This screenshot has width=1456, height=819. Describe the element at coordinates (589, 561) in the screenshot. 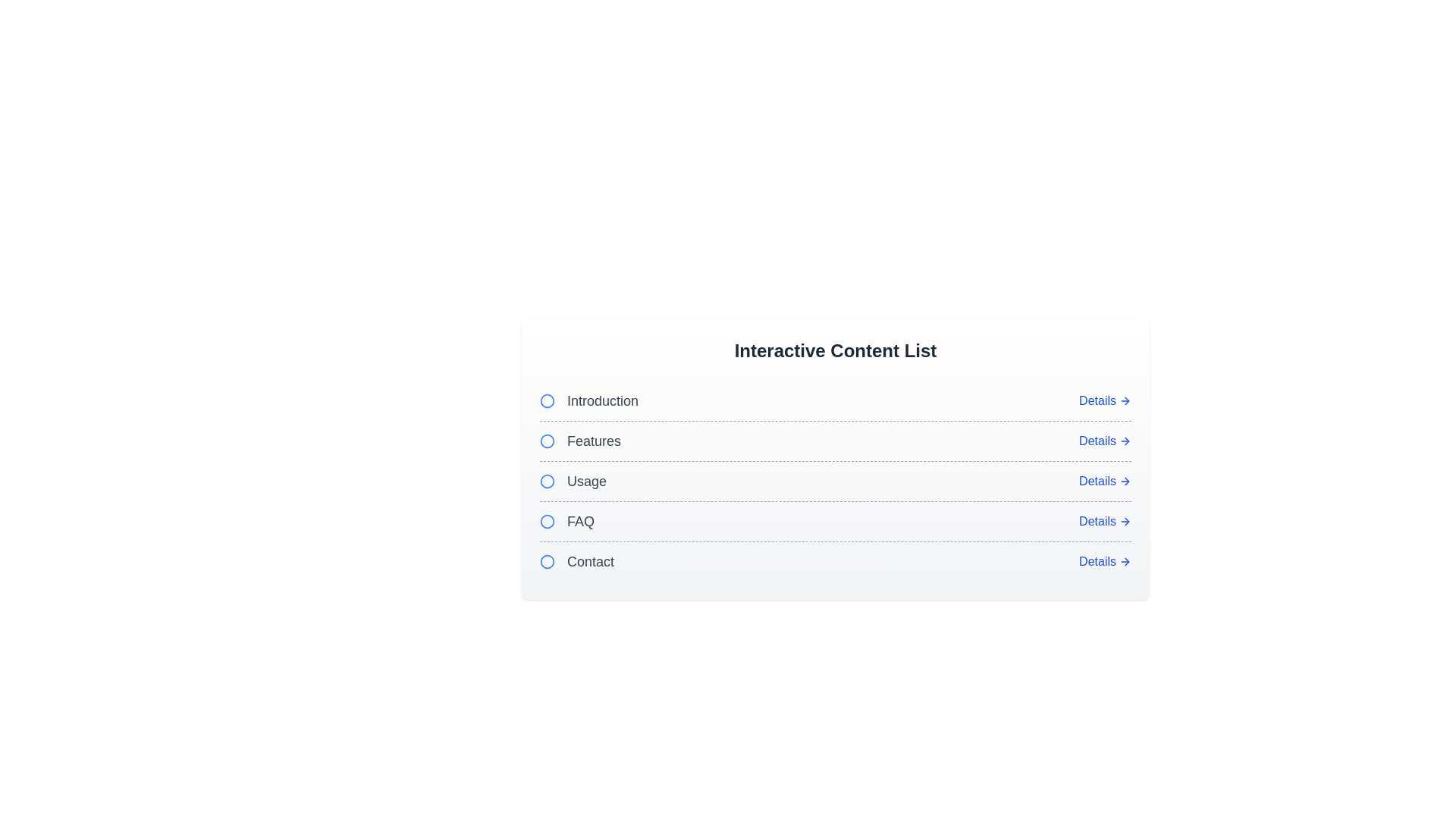

I see `the 'Contact' text label` at that location.